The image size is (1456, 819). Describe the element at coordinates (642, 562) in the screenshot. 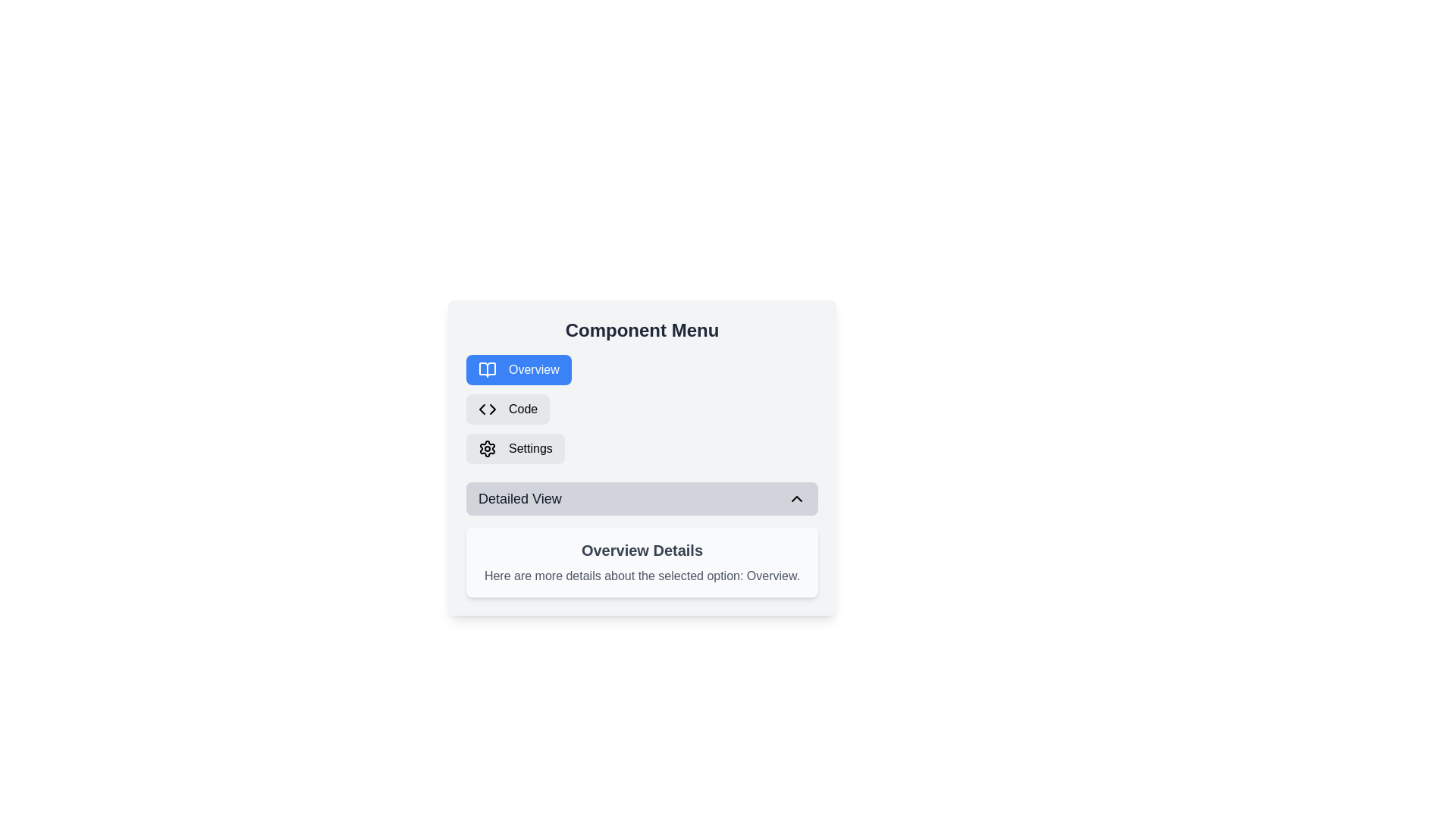

I see `the Descriptive Information Block titled 'Overview Details', which has a light gray background and contains additional details about the selected option` at that location.